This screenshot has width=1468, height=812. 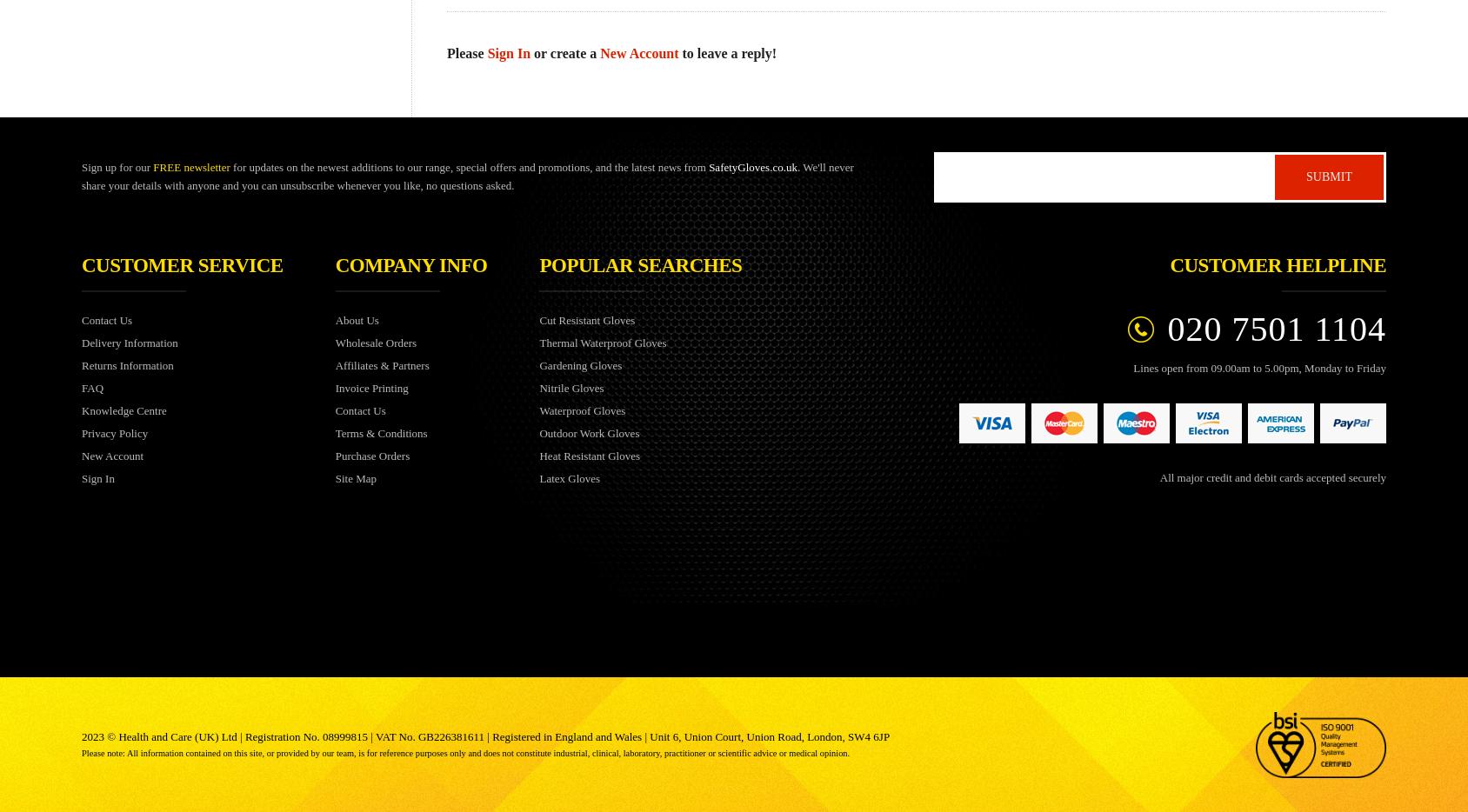 What do you see at coordinates (335, 263) in the screenshot?
I see `'Company info'` at bounding box center [335, 263].